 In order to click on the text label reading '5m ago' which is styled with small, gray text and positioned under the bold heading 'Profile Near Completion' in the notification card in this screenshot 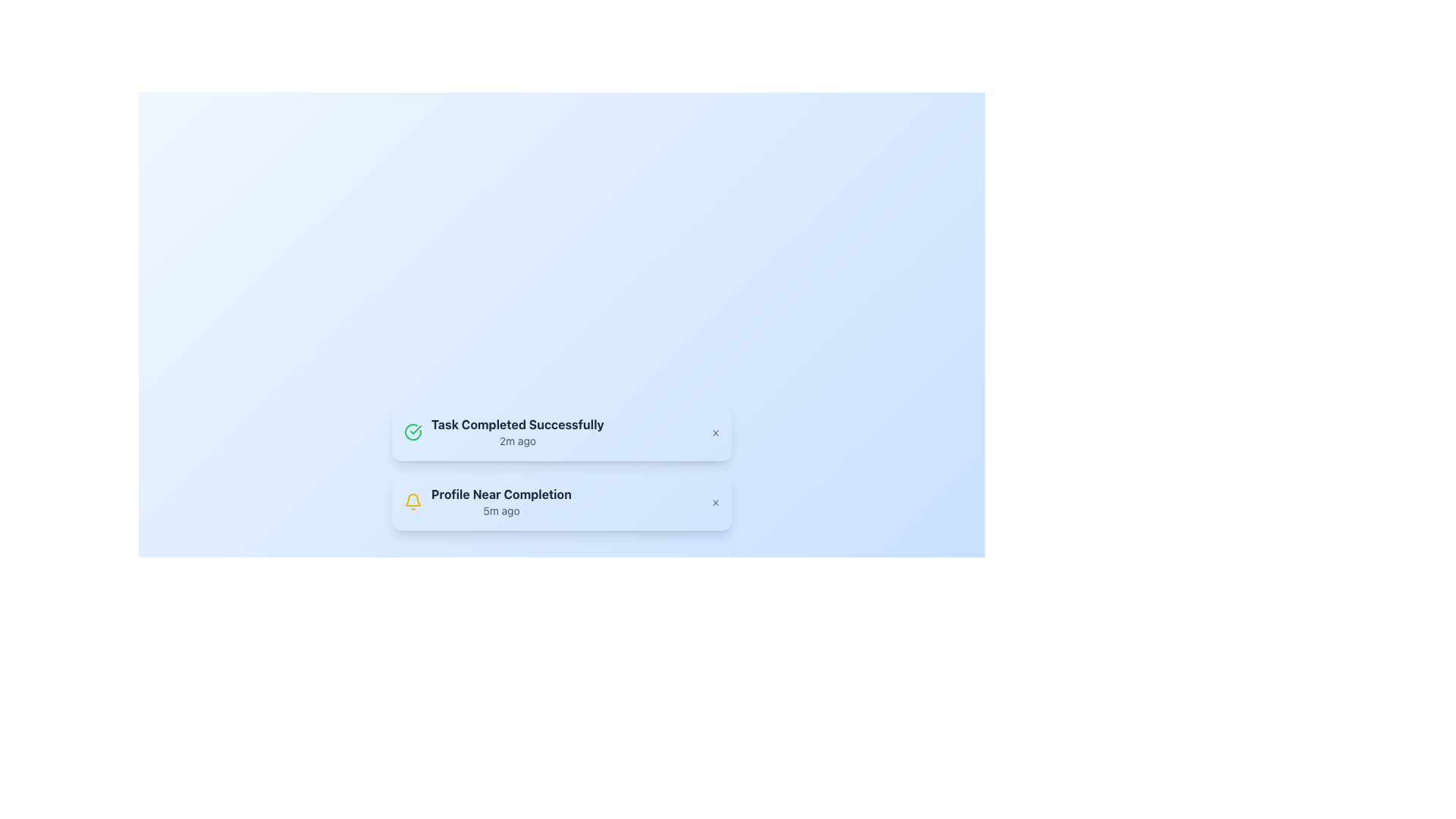, I will do `click(501, 511)`.